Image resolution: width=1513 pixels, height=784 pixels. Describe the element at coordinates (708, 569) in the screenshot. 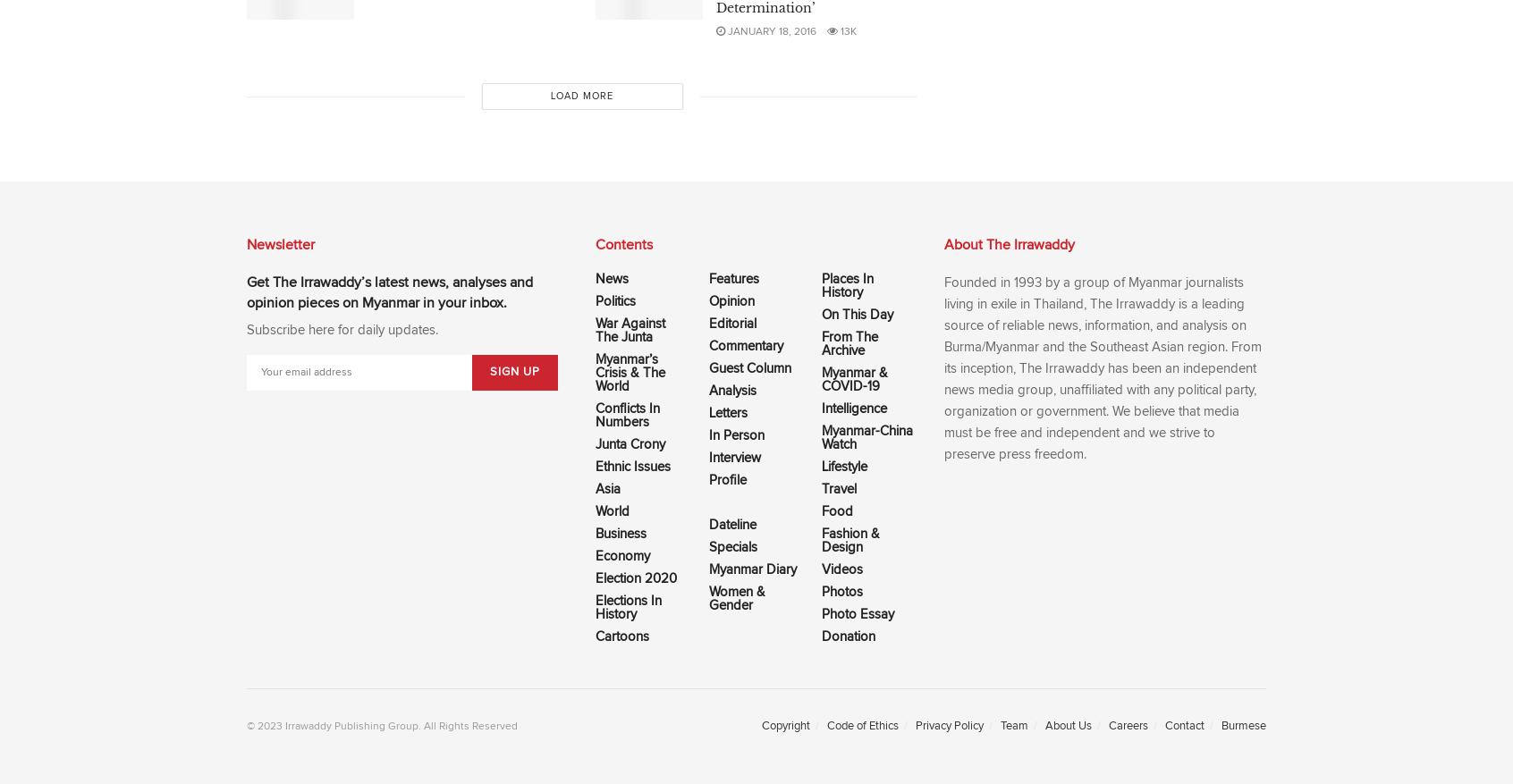

I see `'Myanmar Diary'` at that location.